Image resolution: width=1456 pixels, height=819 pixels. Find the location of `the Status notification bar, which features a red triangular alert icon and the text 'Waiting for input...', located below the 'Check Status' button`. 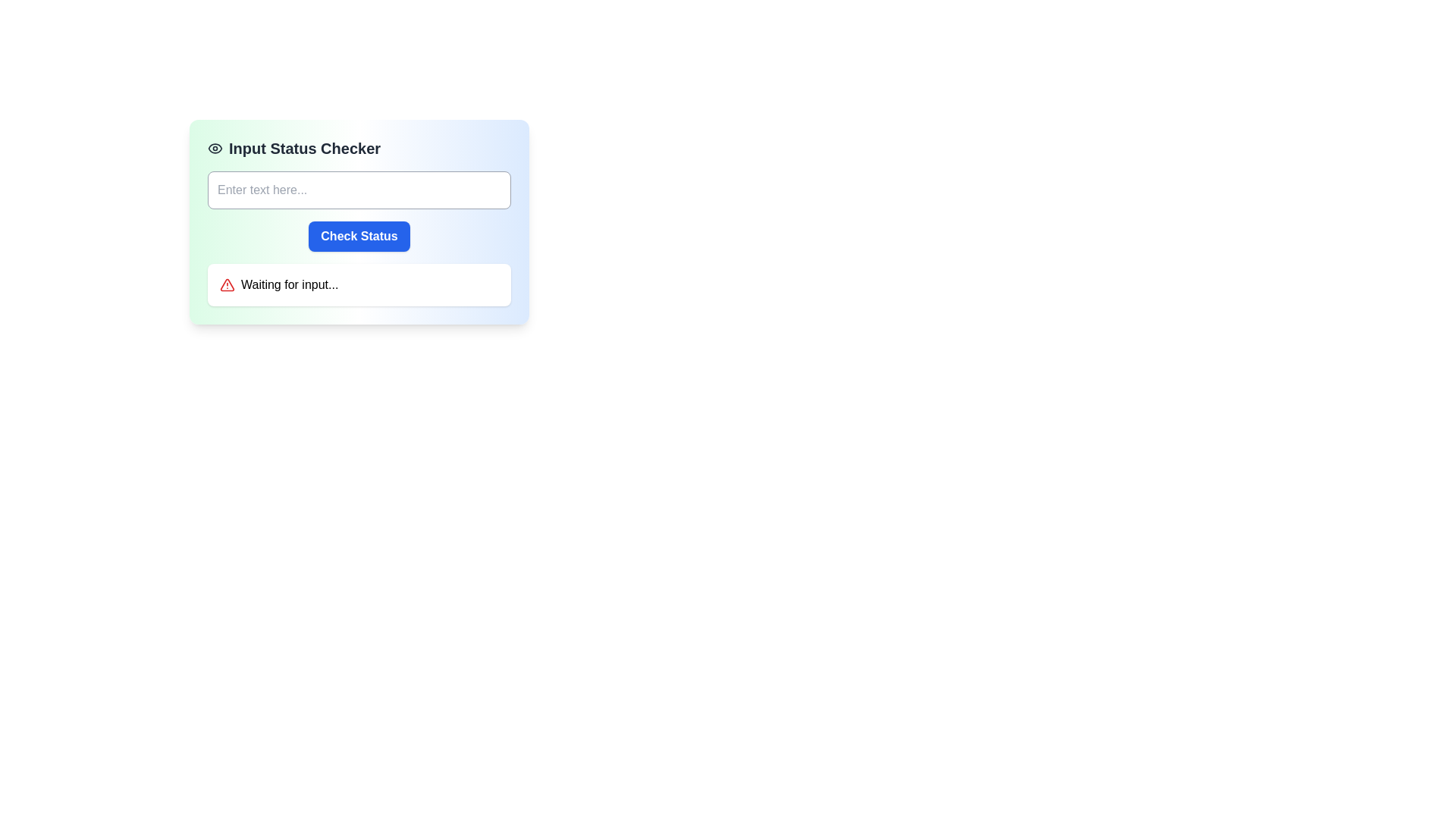

the Status notification bar, which features a red triangular alert icon and the text 'Waiting for input...', located below the 'Check Status' button is located at coordinates (359, 284).